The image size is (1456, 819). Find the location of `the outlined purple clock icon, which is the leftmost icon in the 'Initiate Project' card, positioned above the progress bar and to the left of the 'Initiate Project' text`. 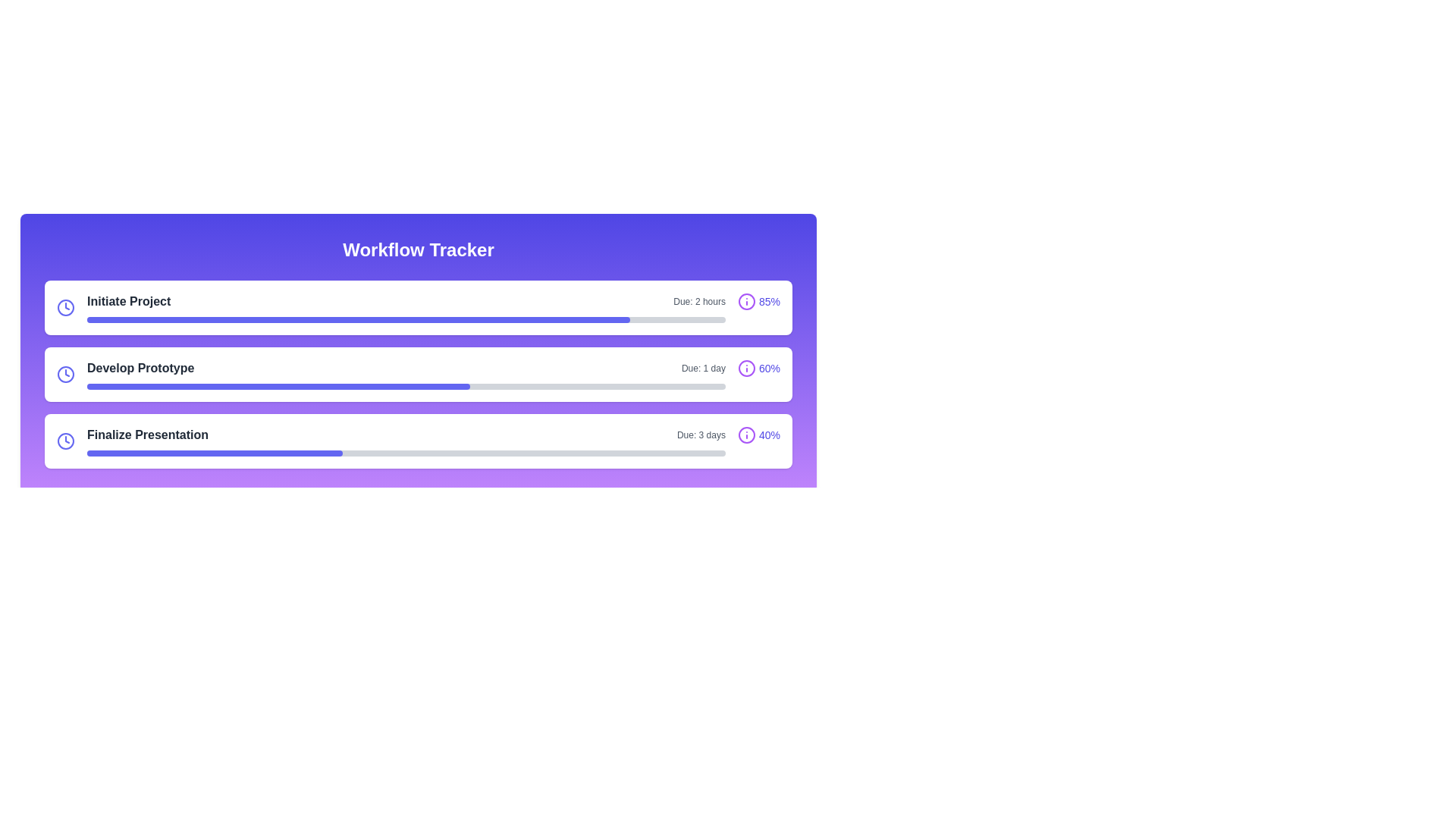

the outlined purple clock icon, which is the leftmost icon in the 'Initiate Project' card, positioned above the progress bar and to the left of the 'Initiate Project' text is located at coordinates (64, 307).